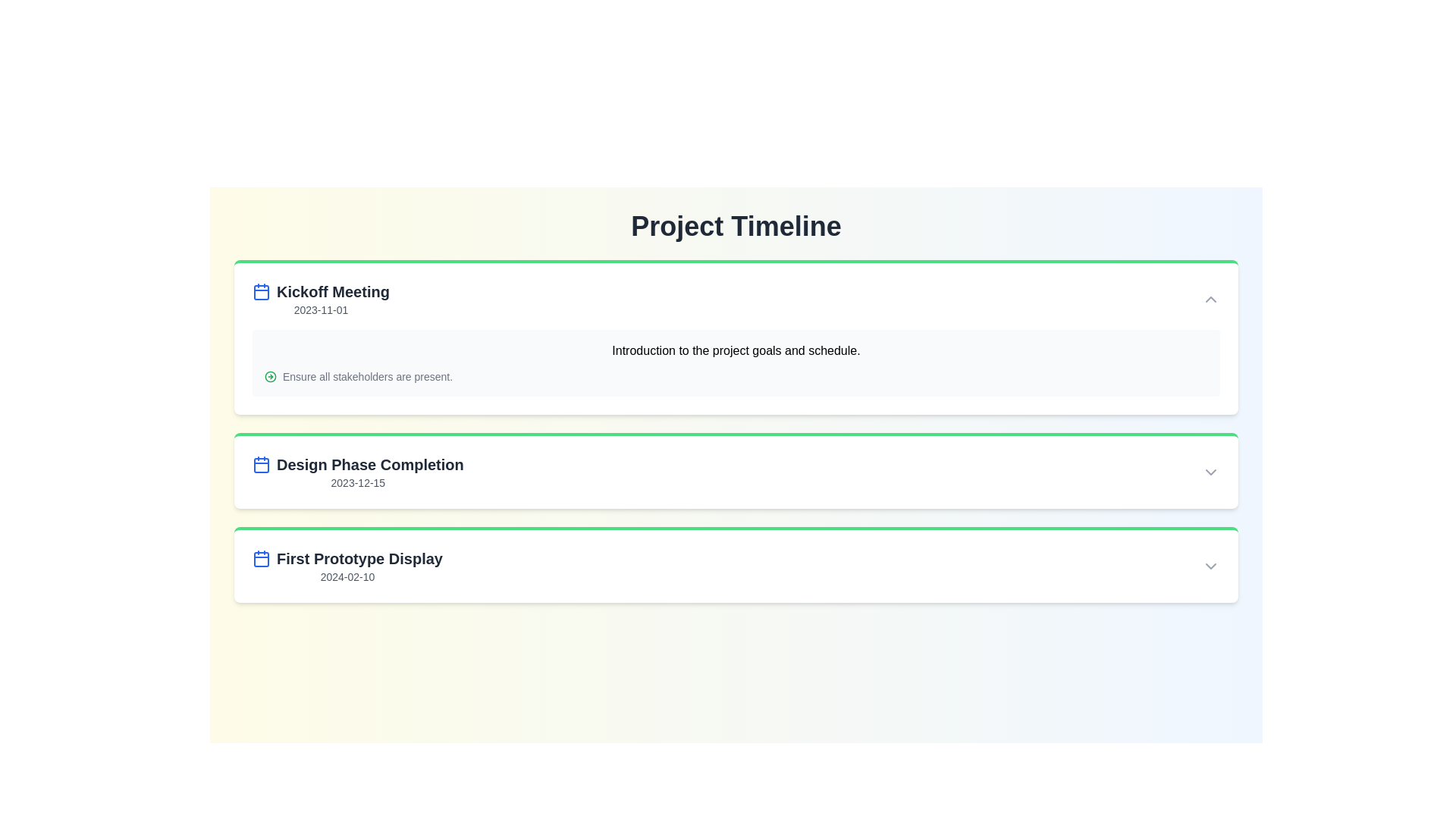 This screenshot has height=819, width=1456. Describe the element at coordinates (357, 482) in the screenshot. I see `text label displaying the date '2023-12-15' located beneath the title 'Design Phase Completion'` at that location.